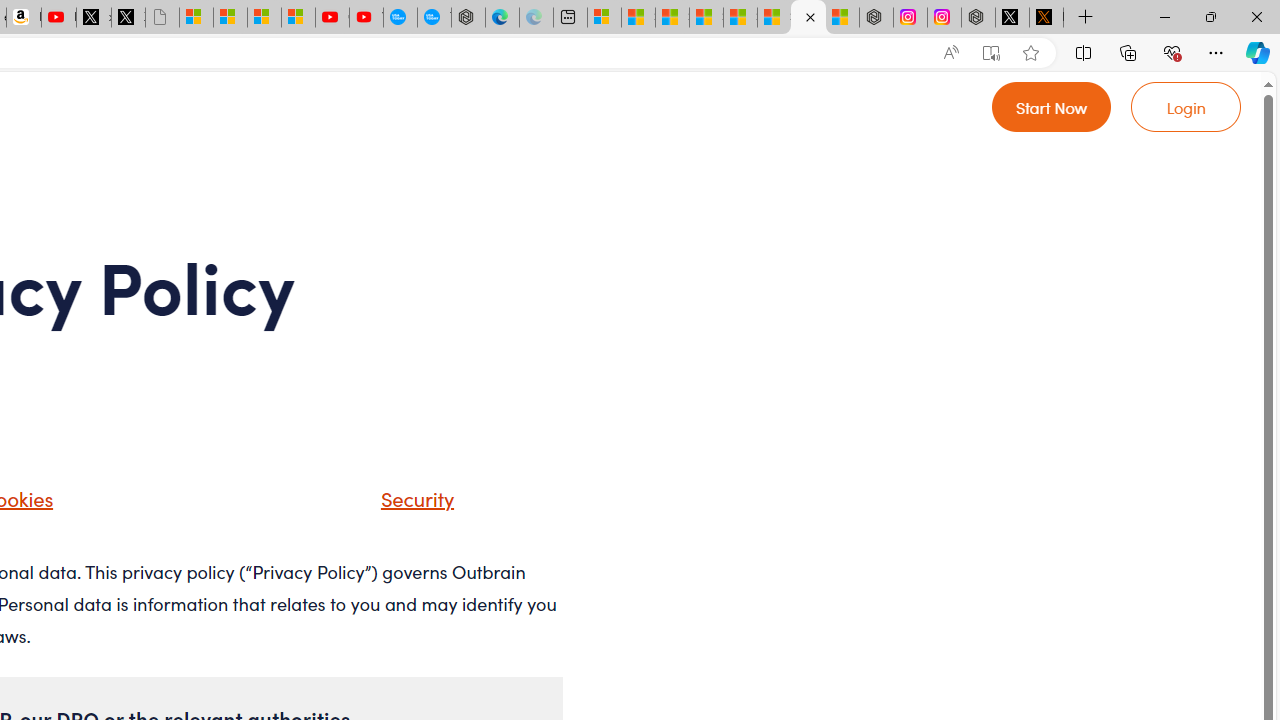  What do you see at coordinates (162, 17) in the screenshot?
I see `'Untitled'` at bounding box center [162, 17].